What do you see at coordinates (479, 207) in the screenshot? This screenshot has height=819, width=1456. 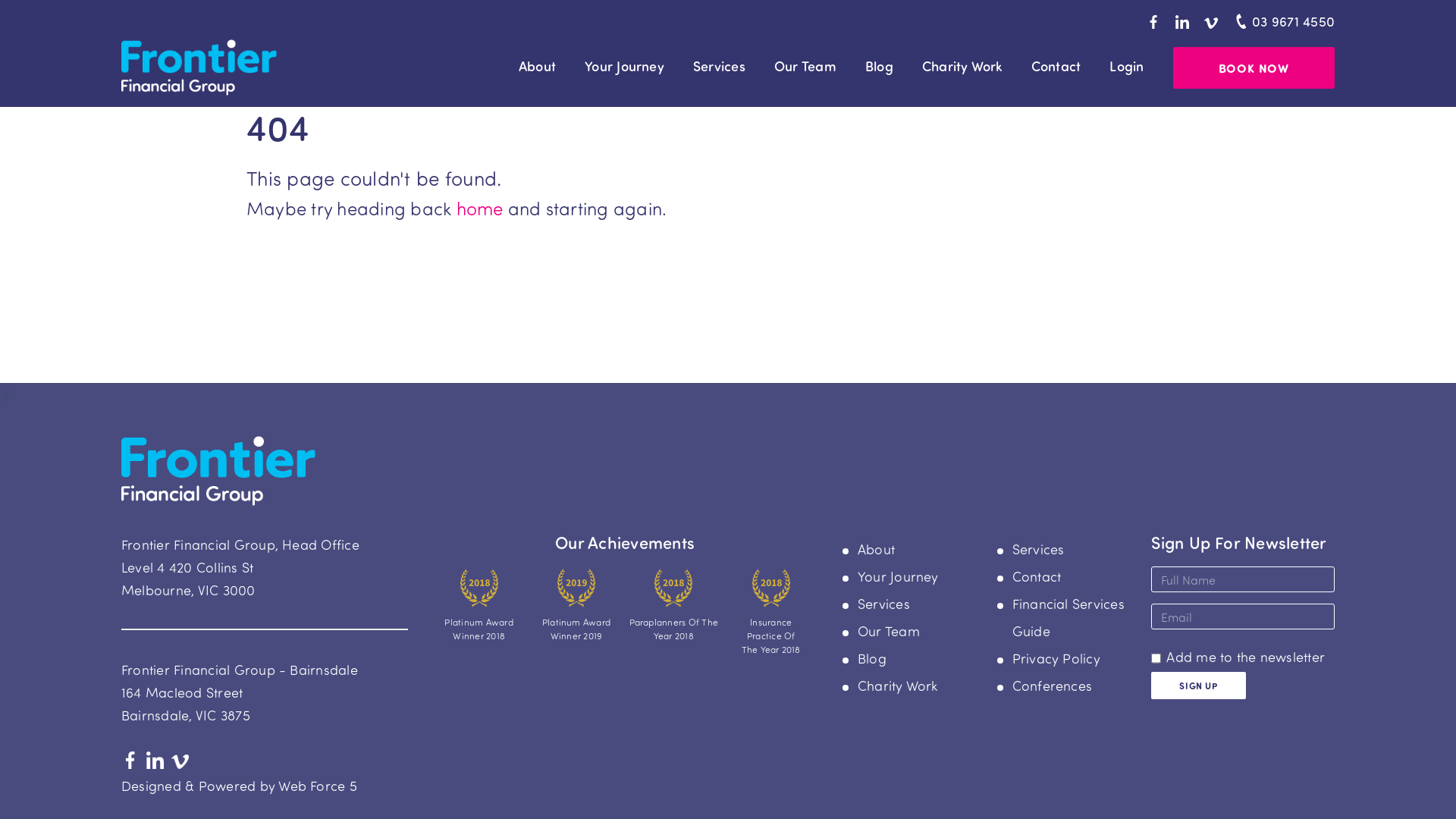 I see `'home'` at bounding box center [479, 207].